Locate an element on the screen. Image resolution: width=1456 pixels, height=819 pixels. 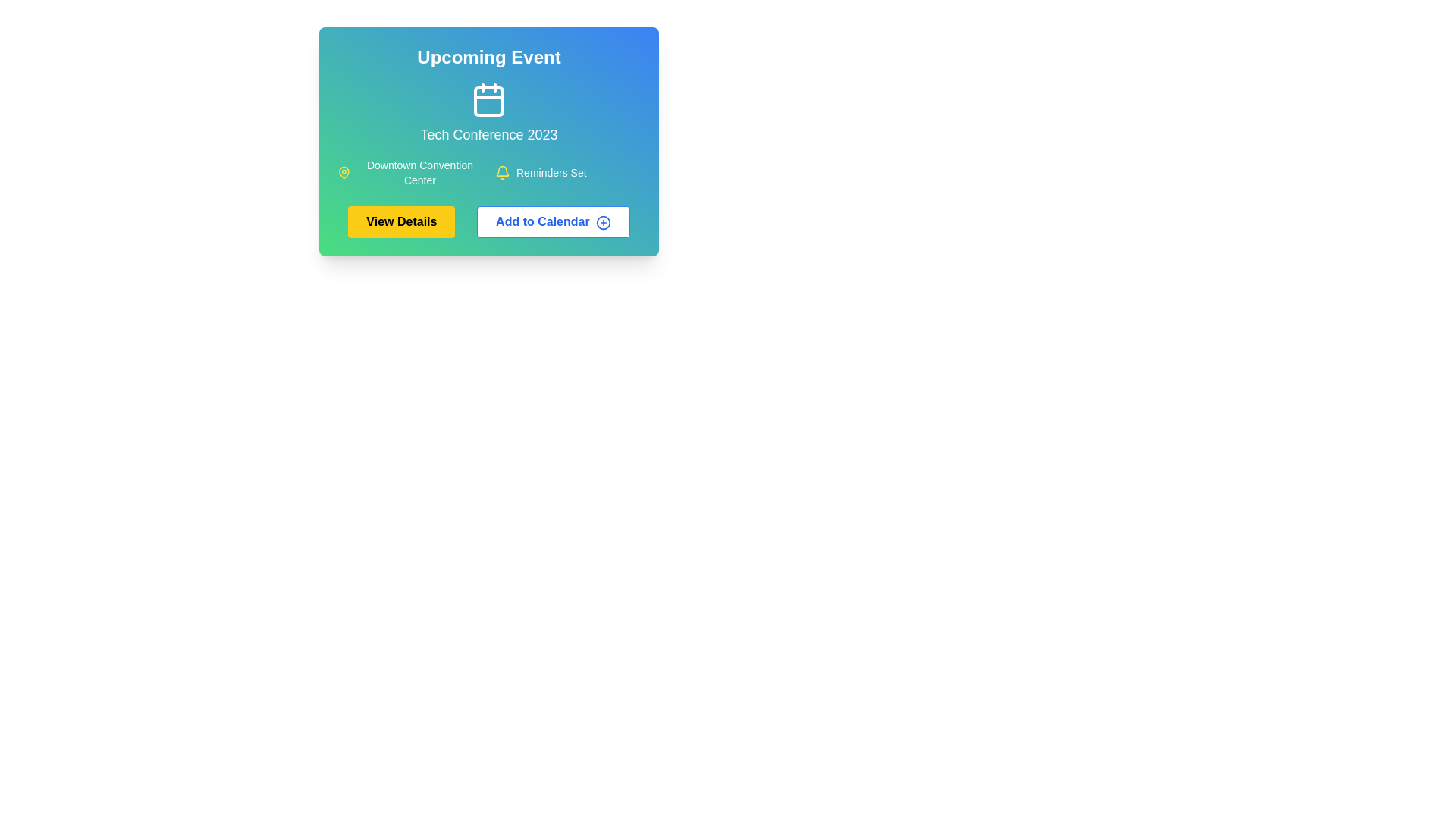
the rectangular yellow button labeled 'View Details' to trigger the hover effect is located at coordinates (401, 222).